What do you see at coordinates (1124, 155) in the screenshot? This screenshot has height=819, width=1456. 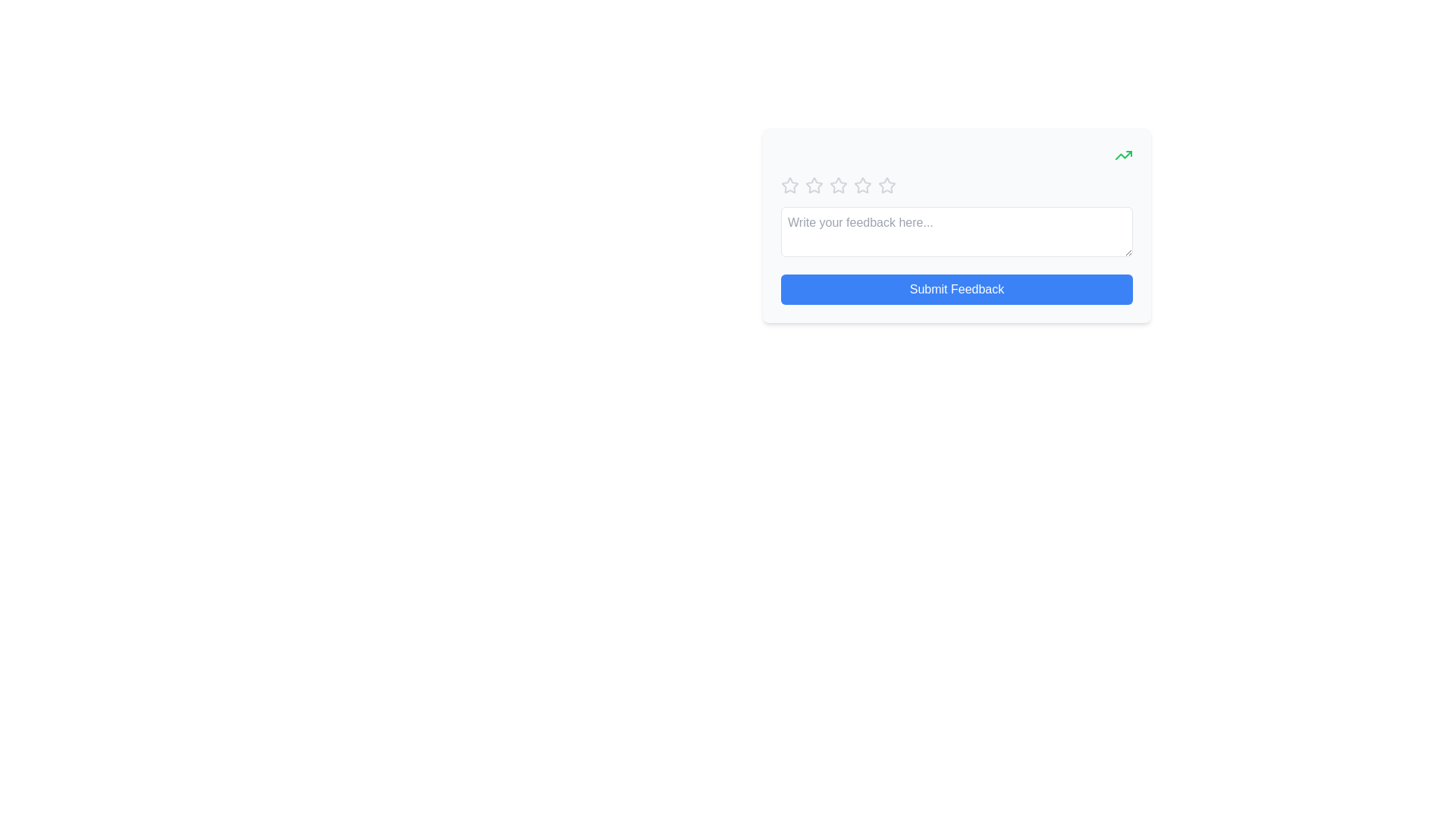 I see `the positive trend indicator icon located in the top-right corner of the feedback form interface` at bounding box center [1124, 155].